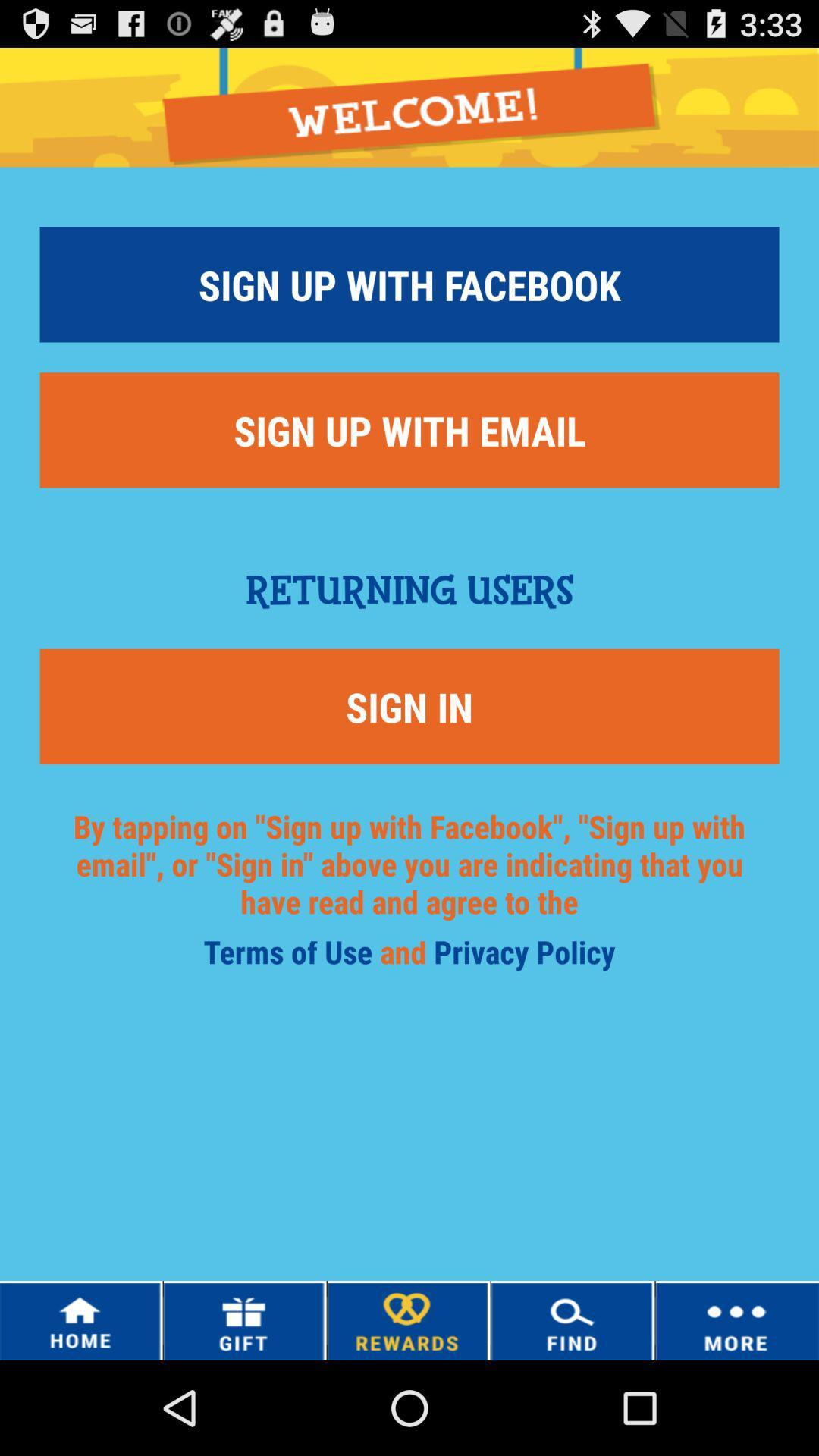 Image resolution: width=819 pixels, height=1456 pixels. I want to click on item to the left of and, so click(291, 956).